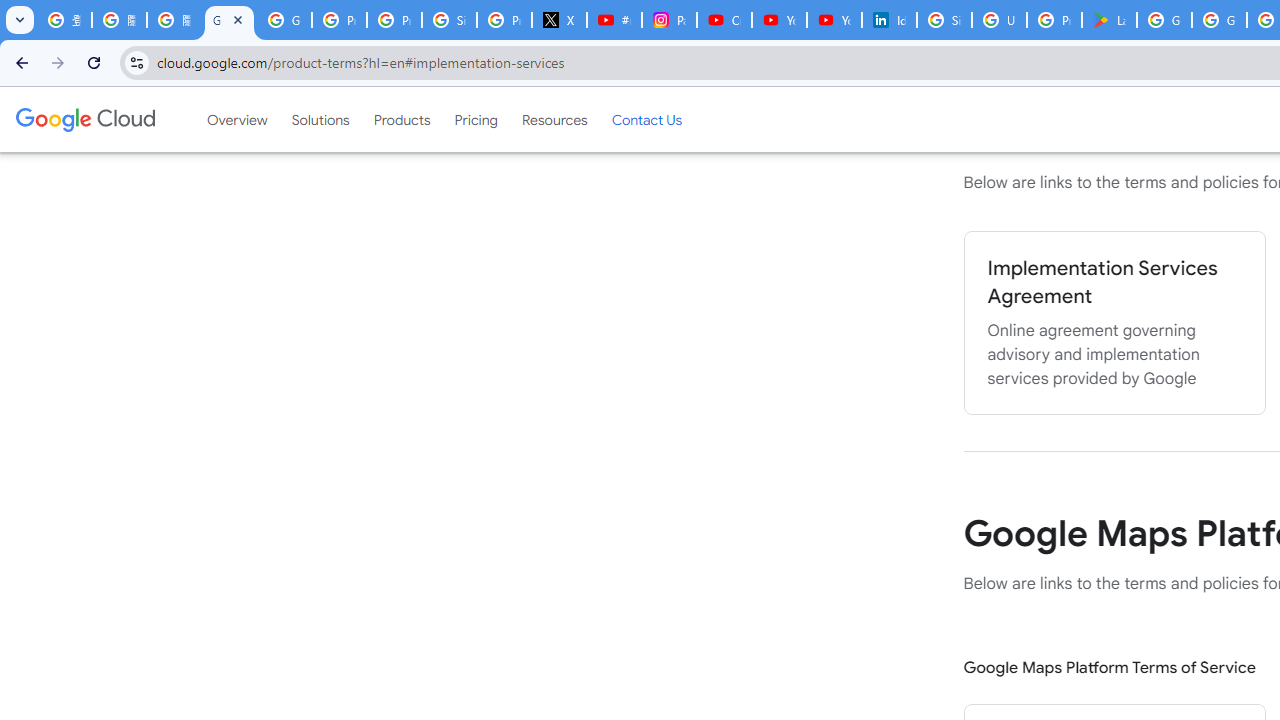 The width and height of the screenshot is (1280, 720). Describe the element at coordinates (647, 119) in the screenshot. I see `'Contact Us'` at that location.